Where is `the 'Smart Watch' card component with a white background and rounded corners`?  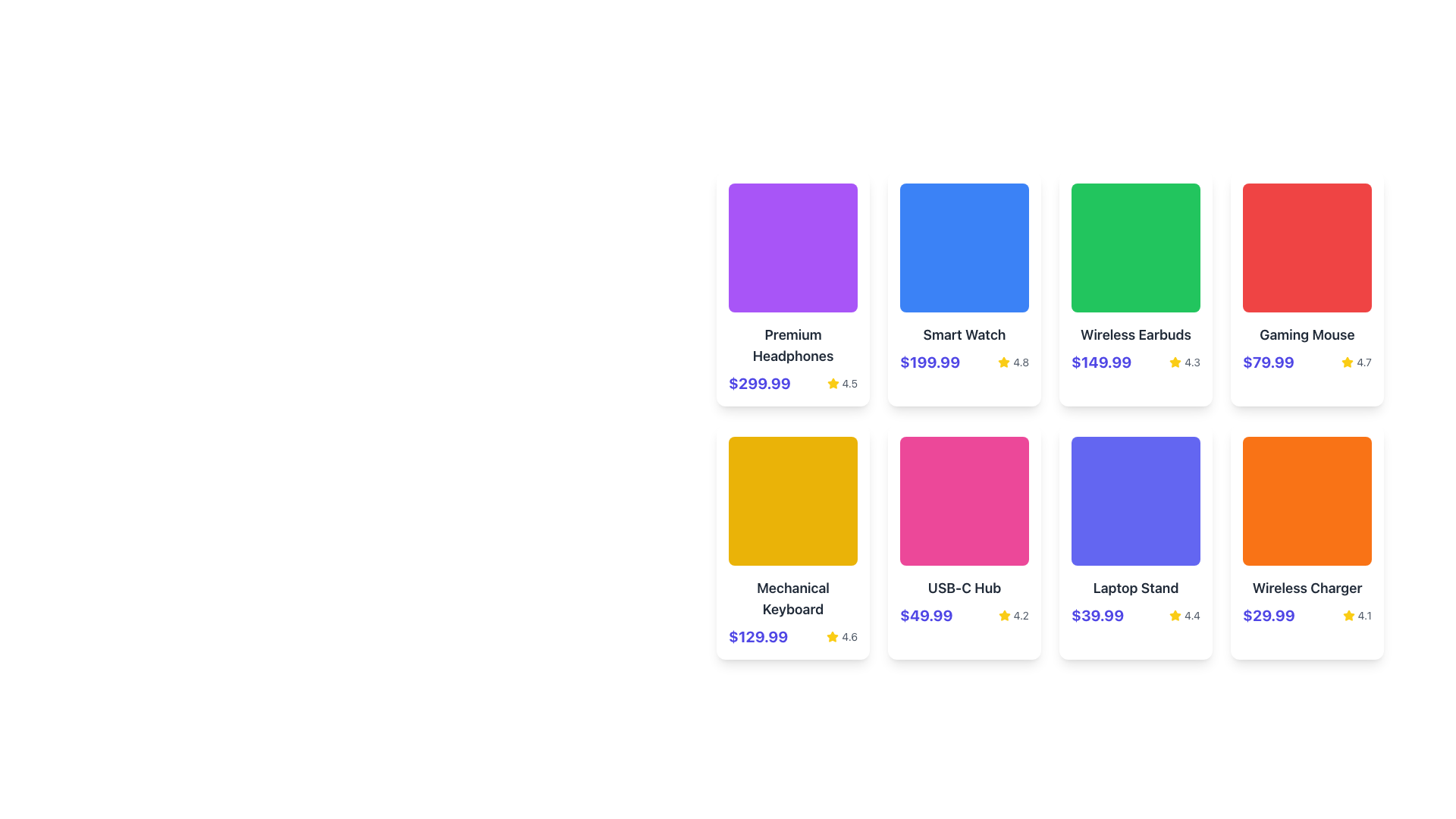
the 'Smart Watch' card component with a white background and rounded corners is located at coordinates (964, 289).